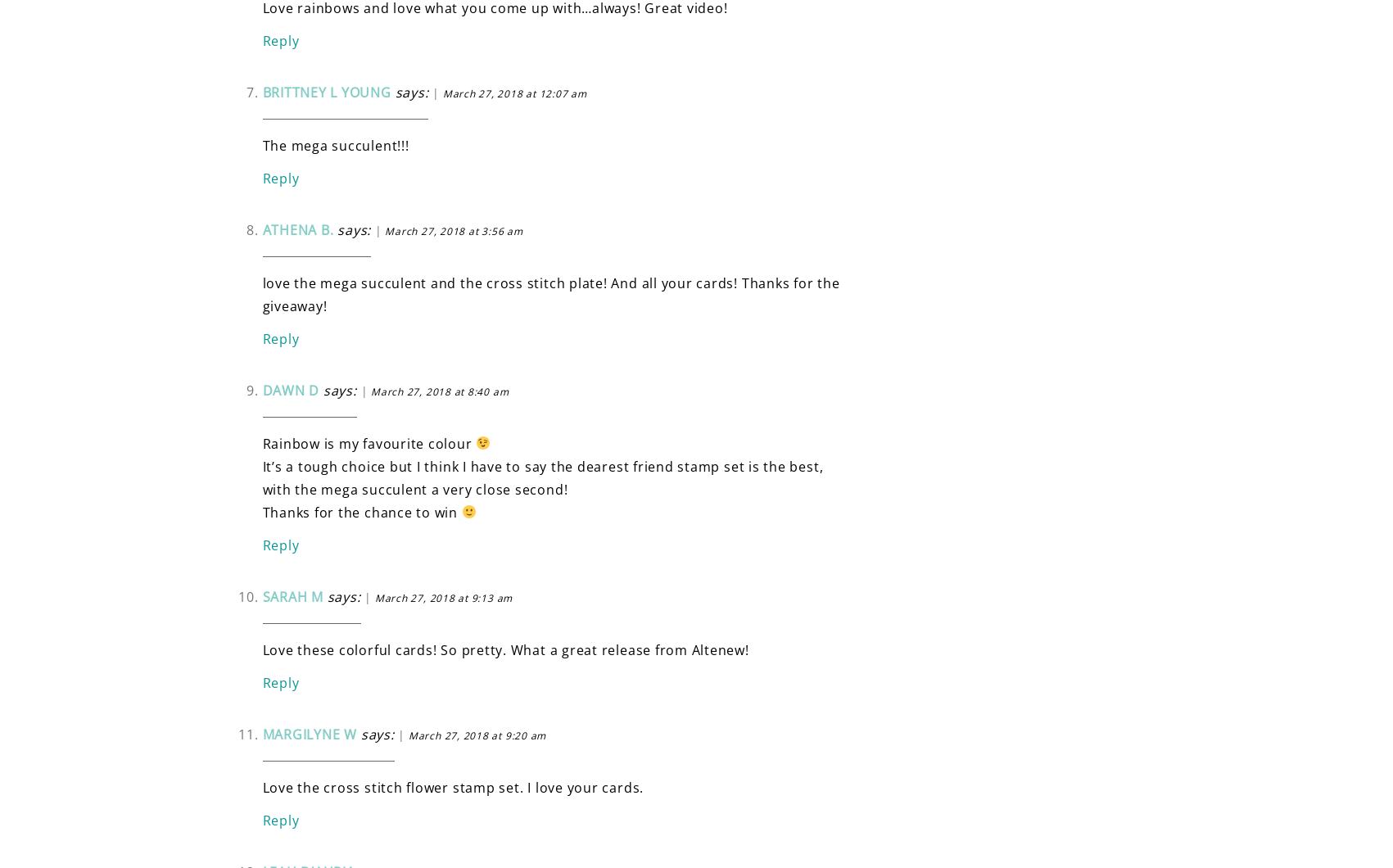 This screenshot has width=1393, height=868. I want to click on 'Sarah M', so click(292, 595).